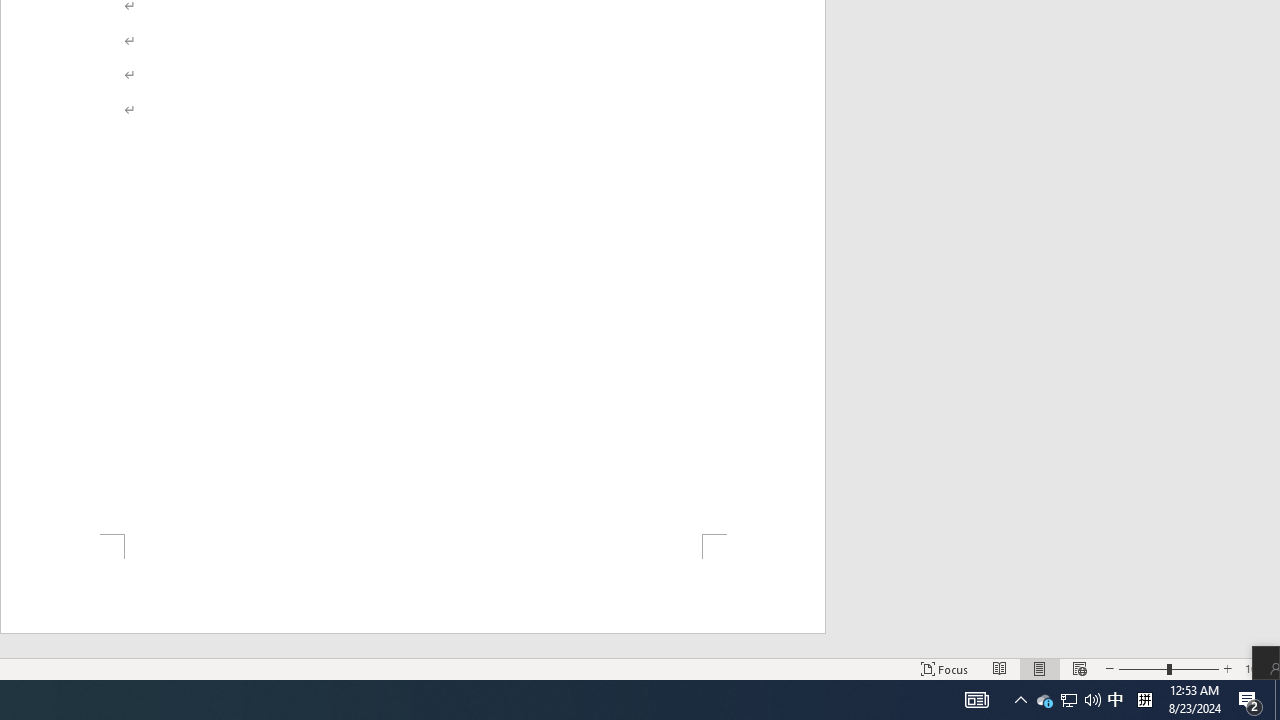 This screenshot has height=720, width=1280. What do you see at coordinates (1226, 669) in the screenshot?
I see `'Zoom In'` at bounding box center [1226, 669].